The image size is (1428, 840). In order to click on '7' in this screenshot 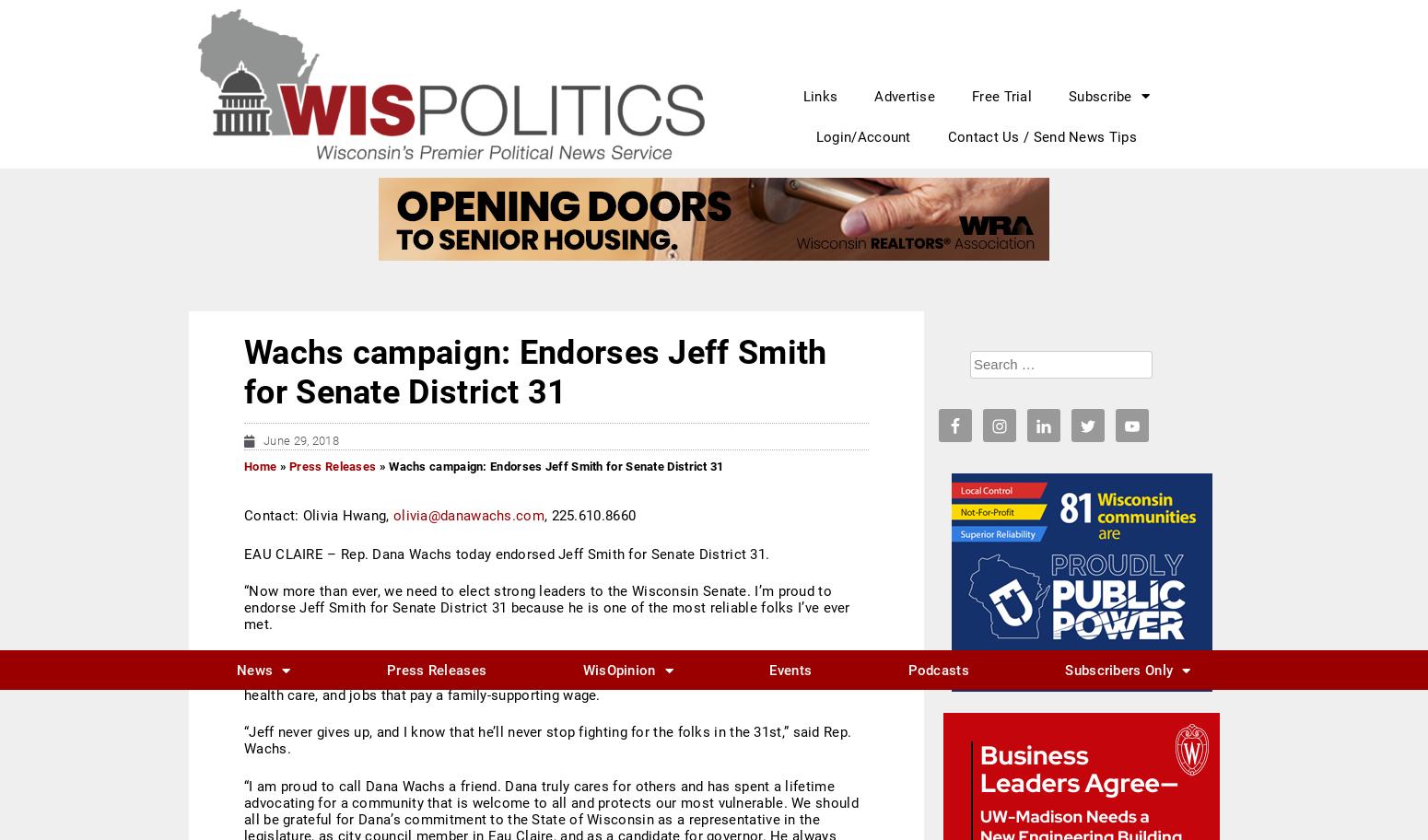, I will do `click(956, 554)`.